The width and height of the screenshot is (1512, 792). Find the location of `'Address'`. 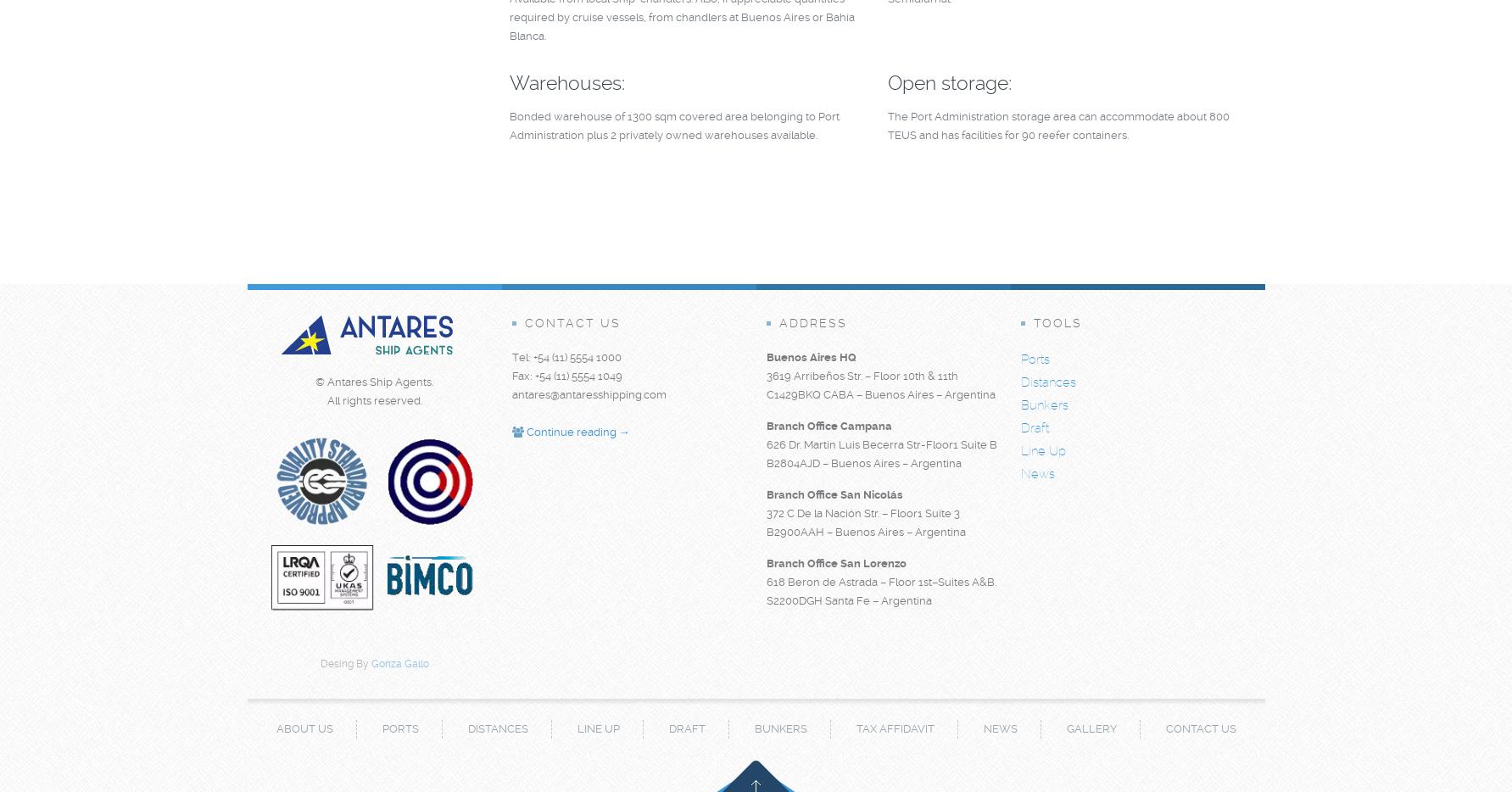

'Address' is located at coordinates (812, 321).